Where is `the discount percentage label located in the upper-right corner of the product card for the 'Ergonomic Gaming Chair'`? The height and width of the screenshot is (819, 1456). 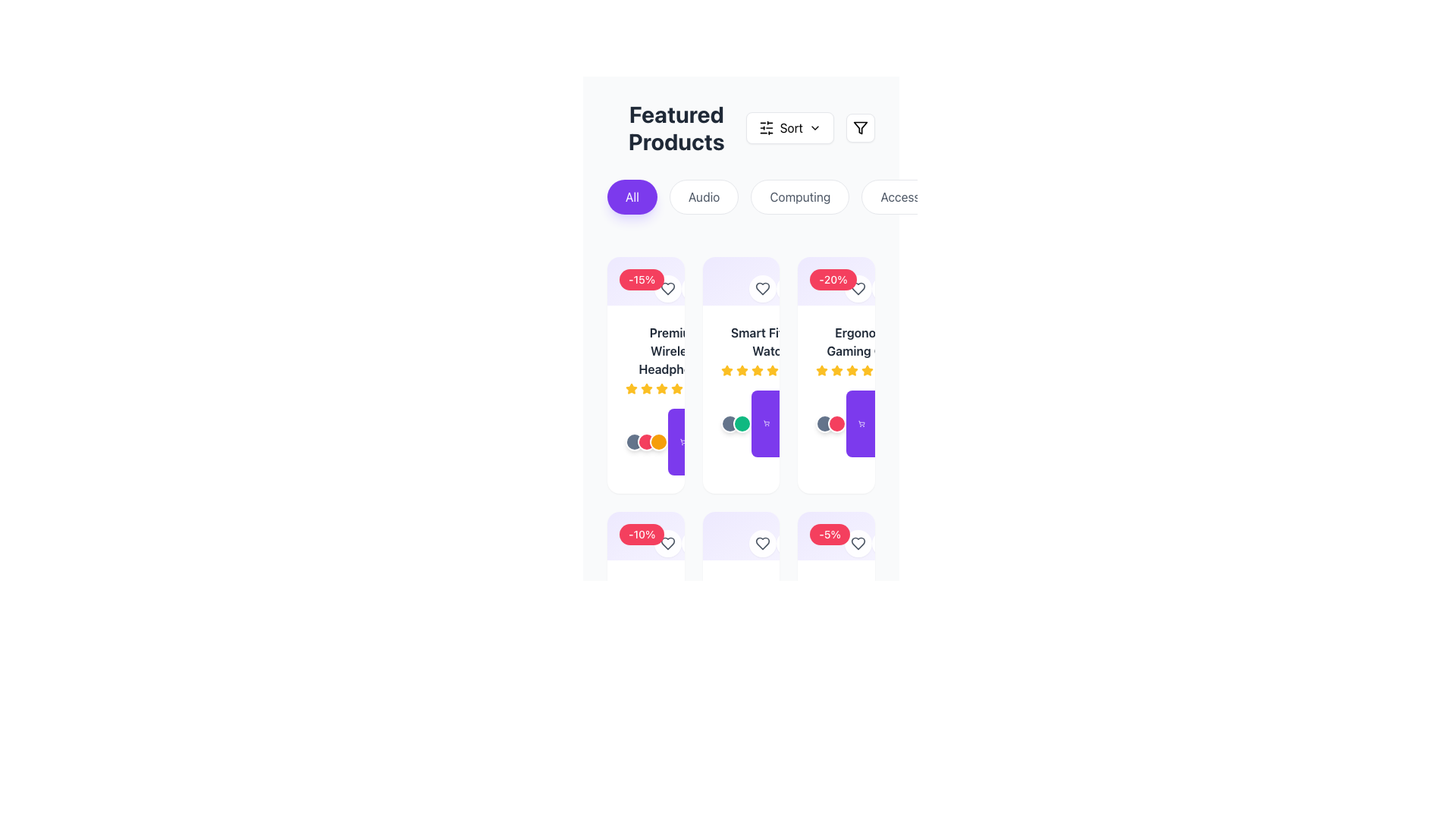 the discount percentage label located in the upper-right corner of the product card for the 'Ergonomic Gaming Chair' is located at coordinates (834, 286).